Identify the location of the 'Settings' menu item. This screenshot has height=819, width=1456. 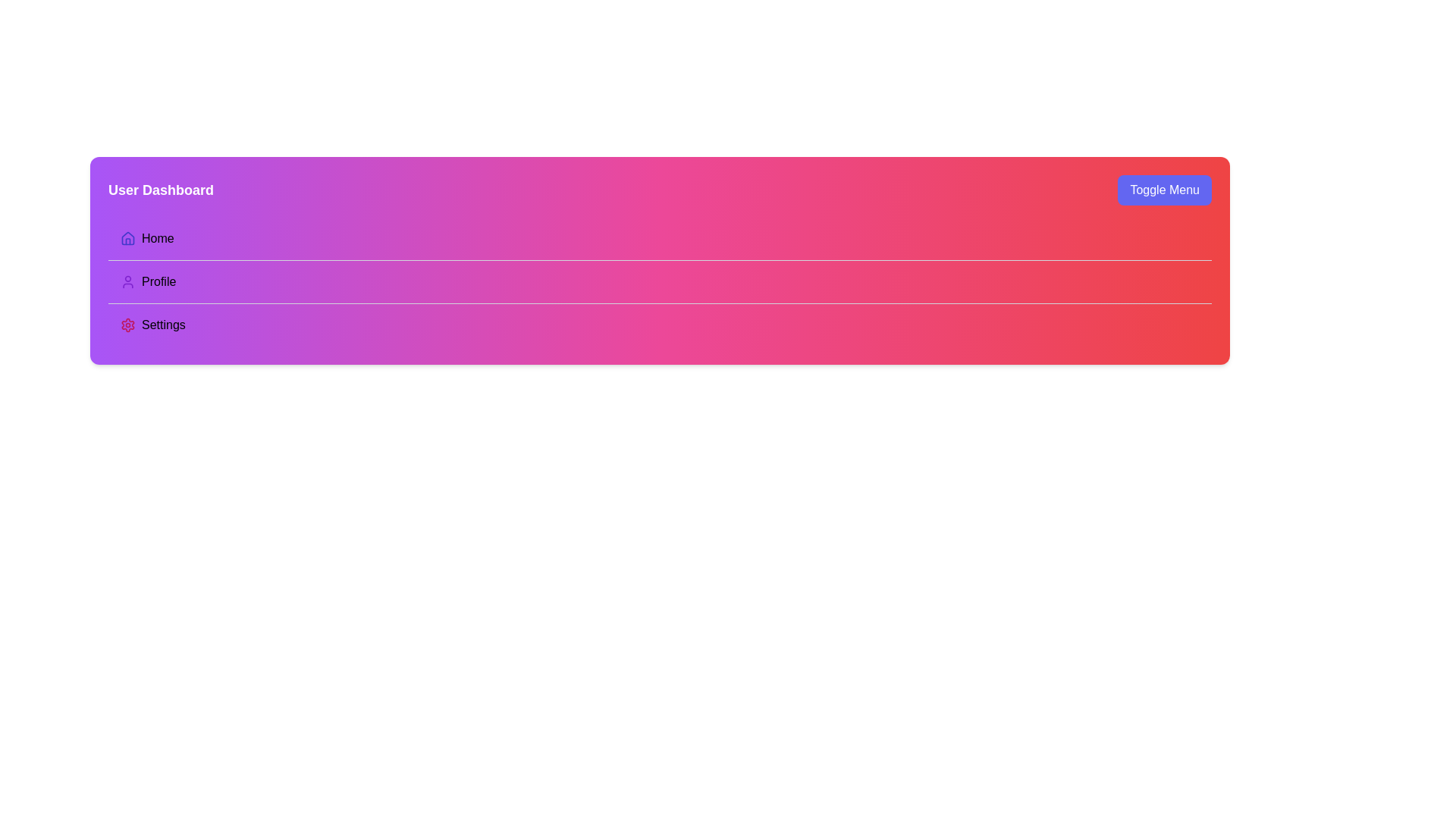
(660, 324).